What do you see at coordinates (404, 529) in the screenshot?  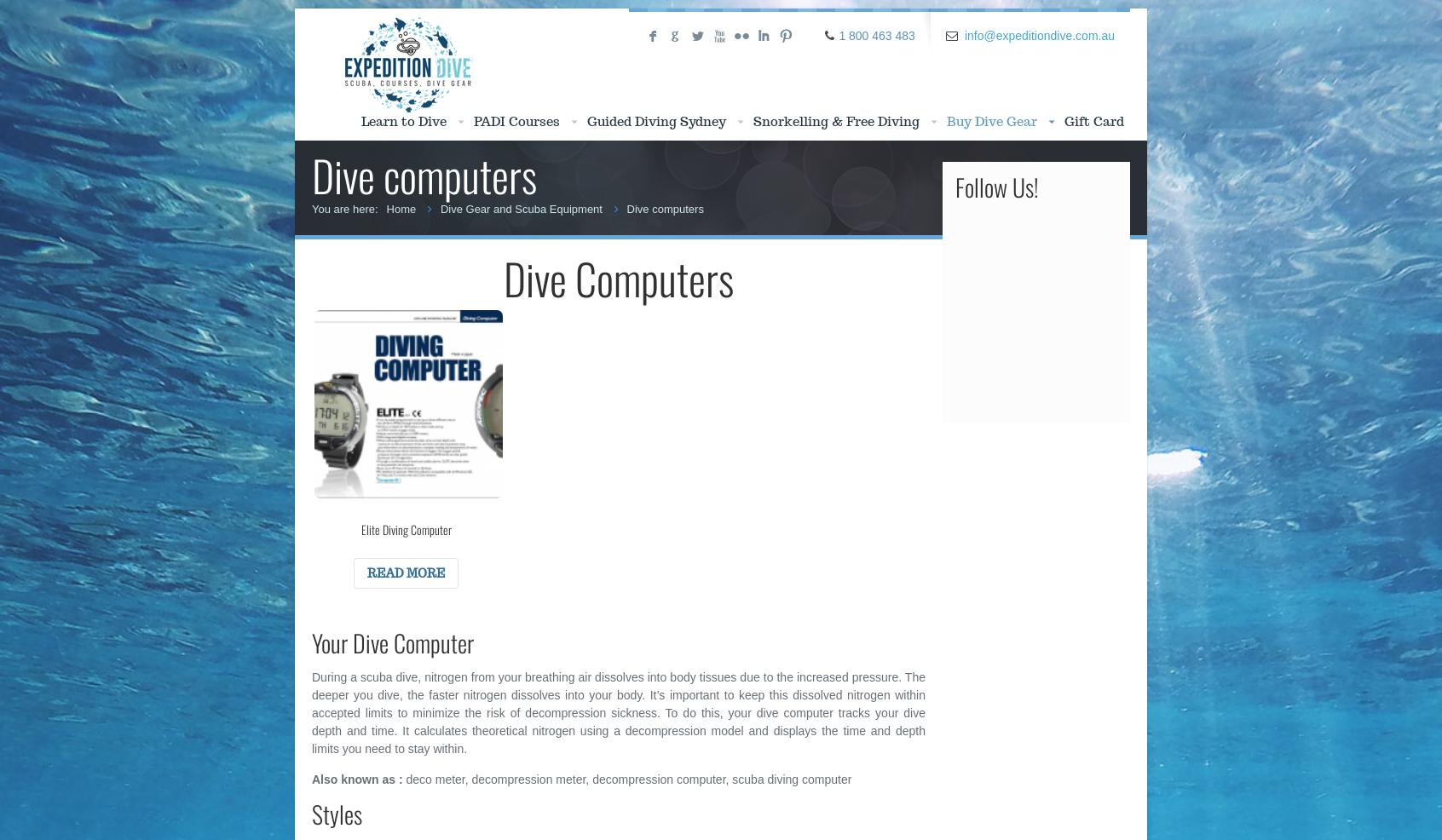 I see `'Elite Diving Computer'` at bounding box center [404, 529].